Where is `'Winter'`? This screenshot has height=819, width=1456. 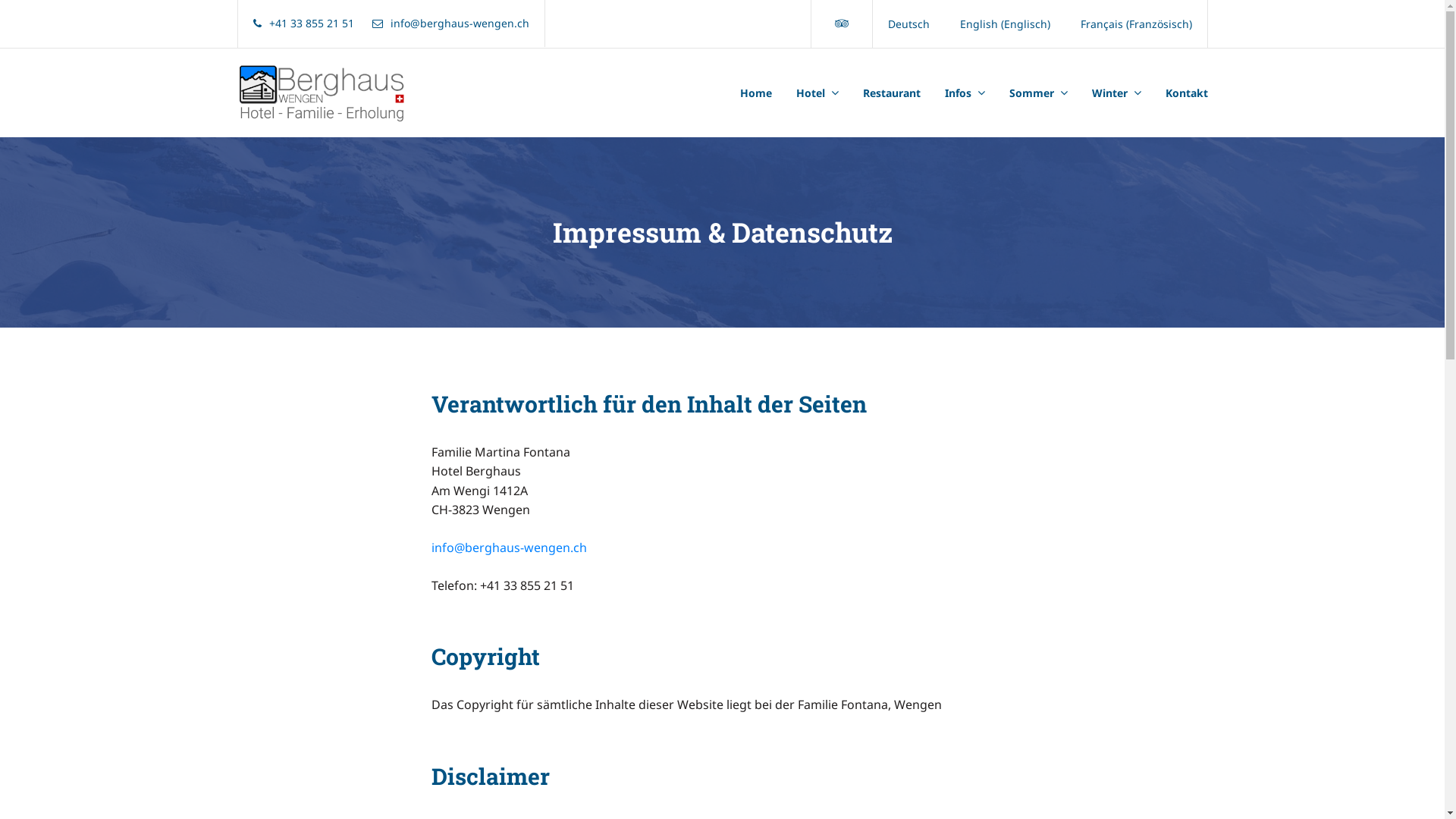 'Winter' is located at coordinates (1079, 93).